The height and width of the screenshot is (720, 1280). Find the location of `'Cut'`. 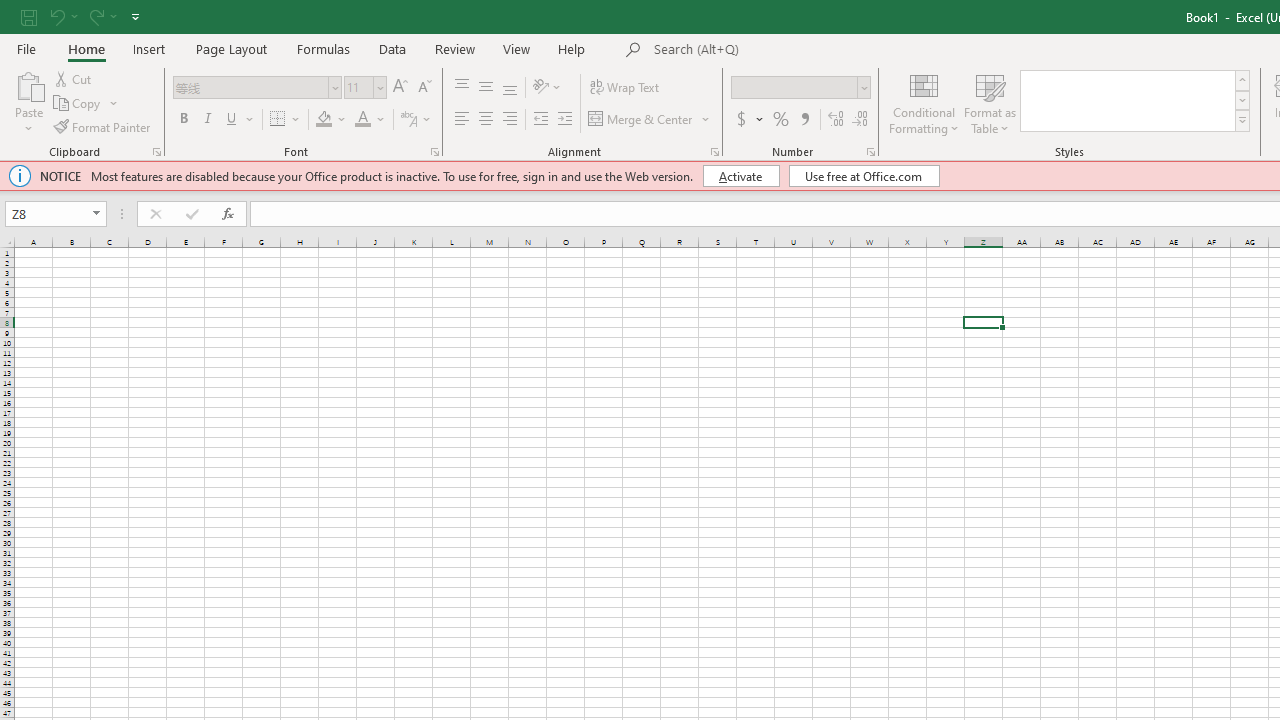

'Cut' is located at coordinates (74, 78).